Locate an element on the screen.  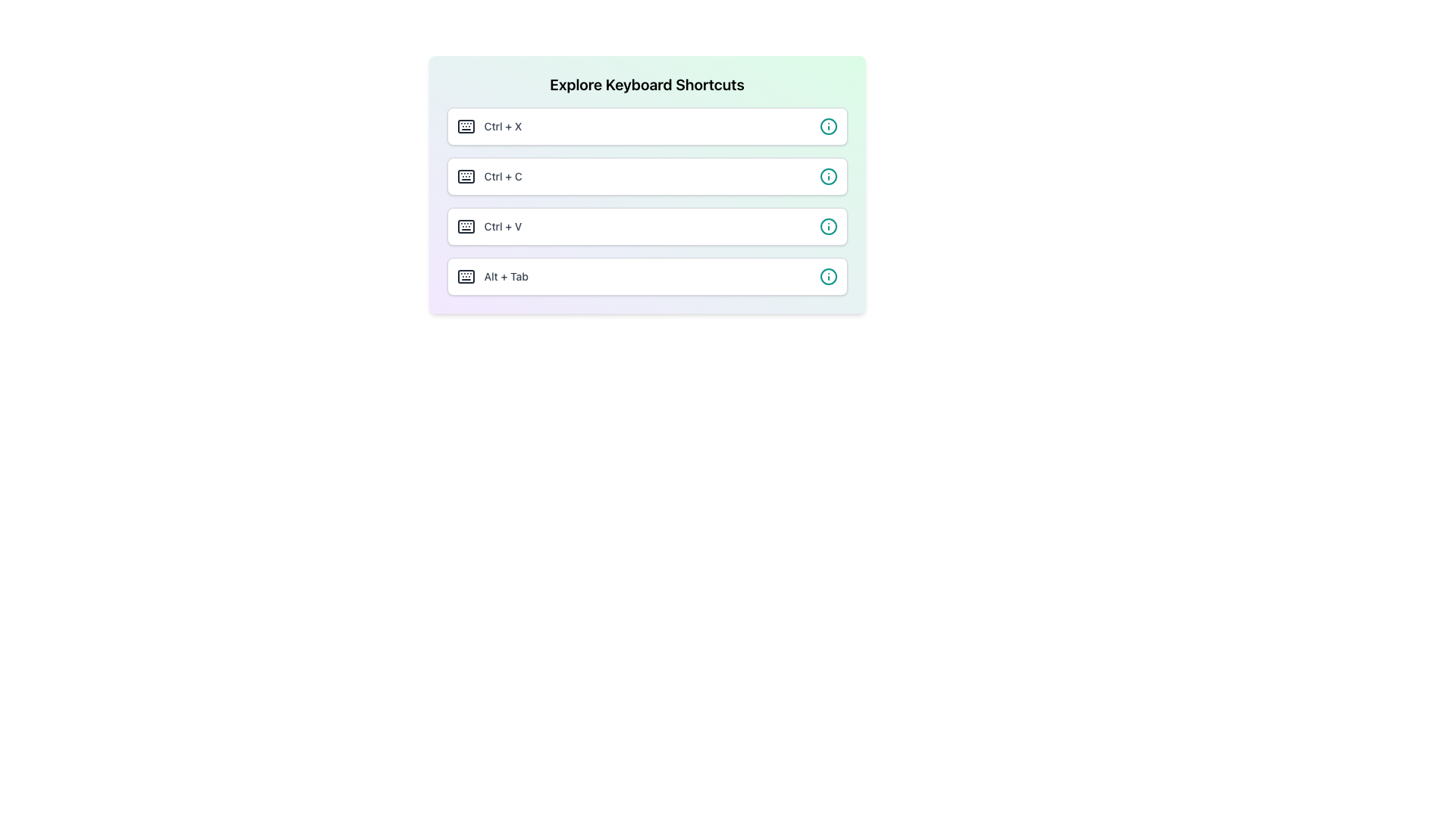
the associated information for the text label displaying 'Alt + Tab' next to a keyboard icon, which is the fourth entry in the list of keyboard shortcuts is located at coordinates (492, 277).